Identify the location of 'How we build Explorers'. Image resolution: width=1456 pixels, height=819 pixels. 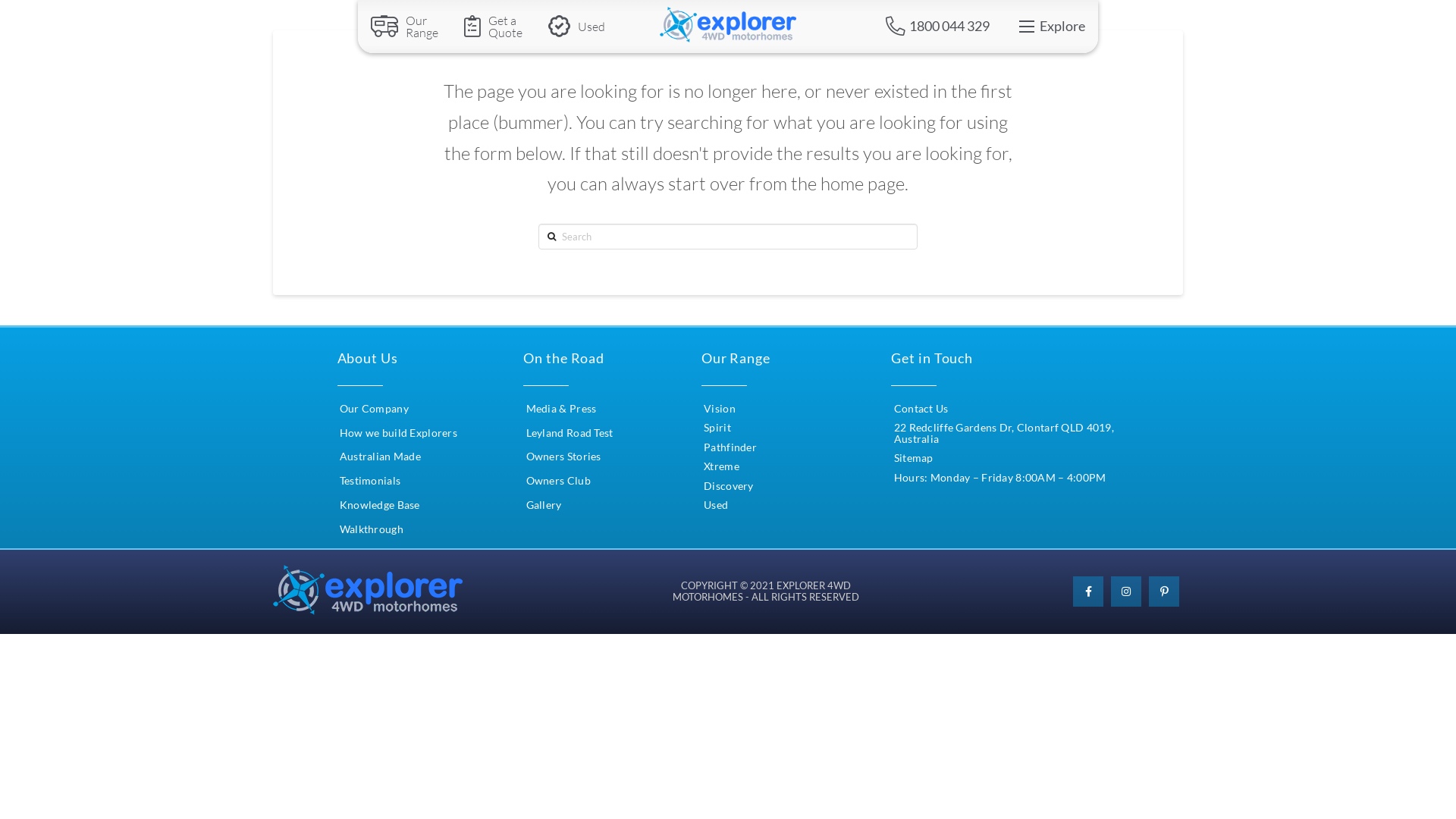
(397, 433).